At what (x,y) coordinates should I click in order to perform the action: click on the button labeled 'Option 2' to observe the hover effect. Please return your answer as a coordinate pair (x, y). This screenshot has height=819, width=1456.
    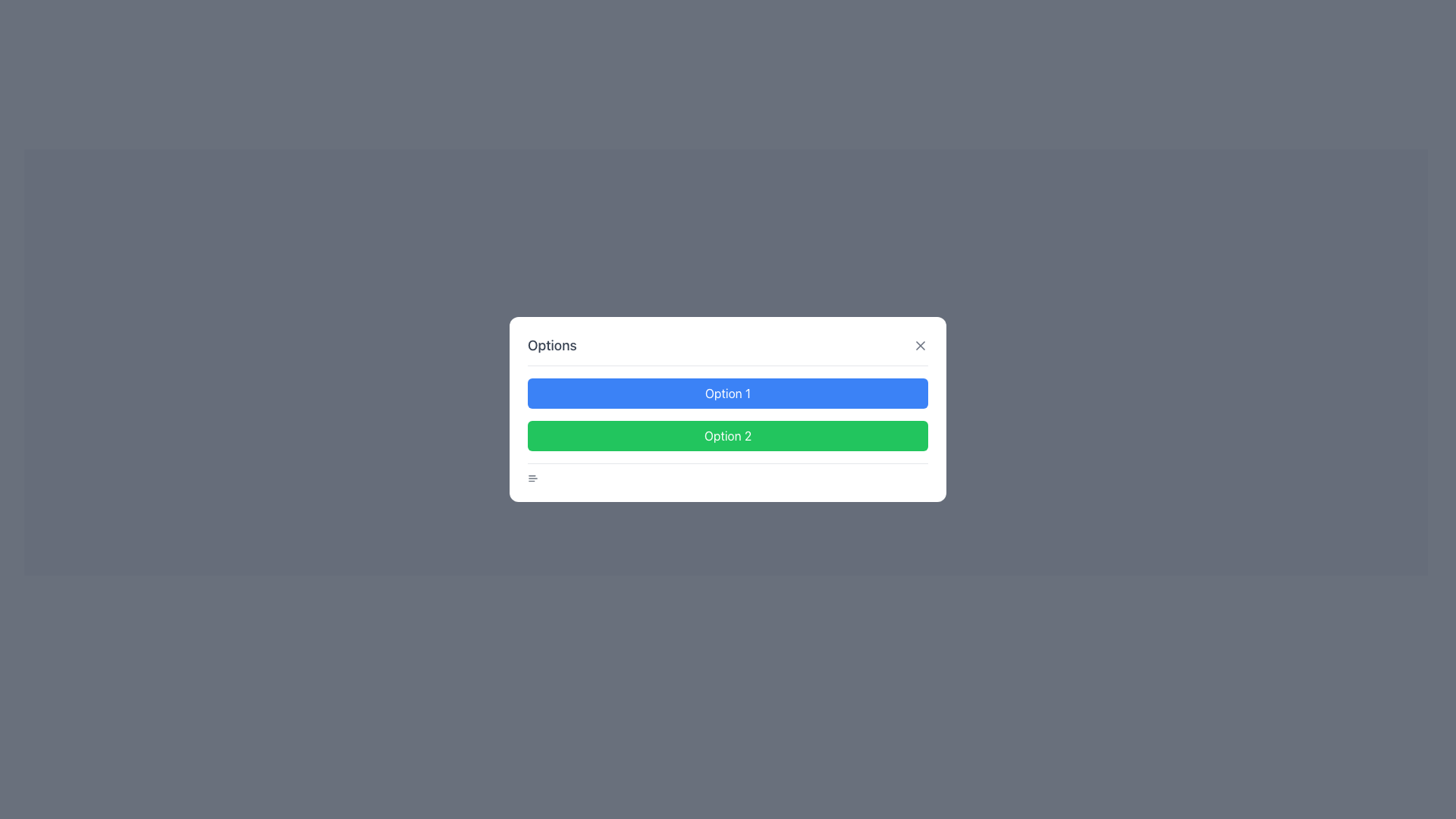
    Looking at the image, I should click on (728, 435).